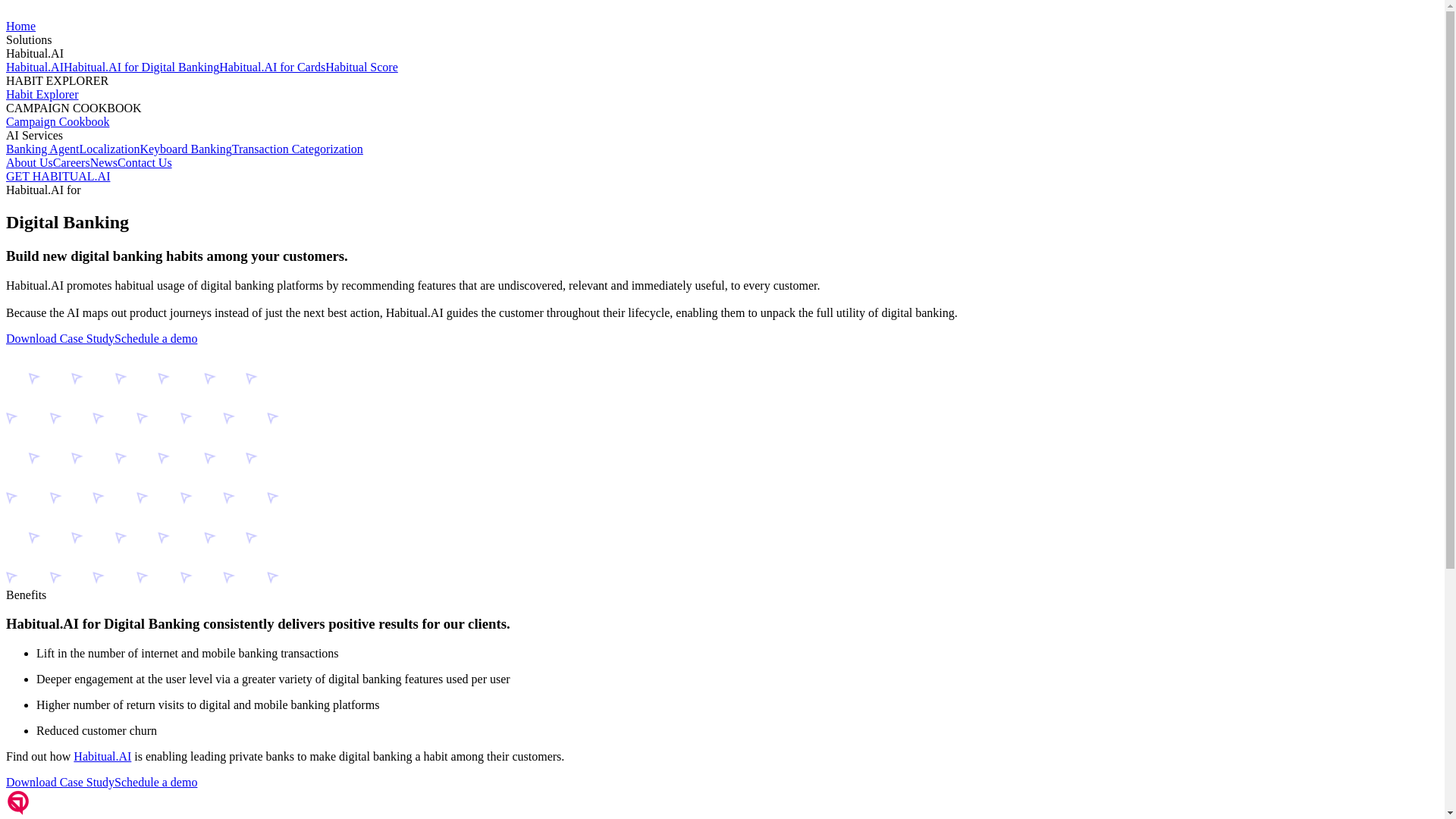 This screenshot has height=819, width=1456. What do you see at coordinates (71, 162) in the screenshot?
I see `'Careers'` at bounding box center [71, 162].